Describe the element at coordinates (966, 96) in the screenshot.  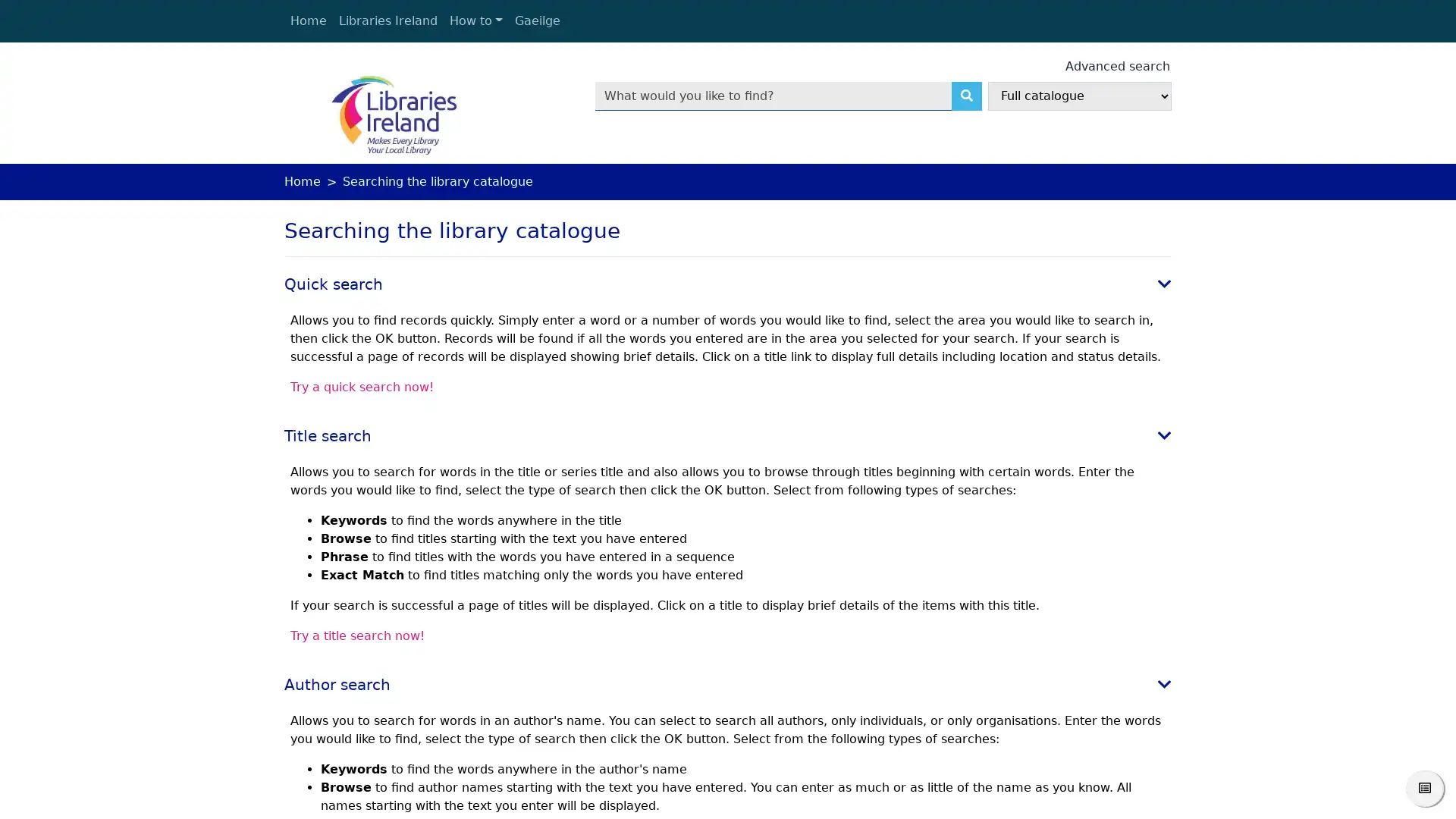
I see `Search` at that location.